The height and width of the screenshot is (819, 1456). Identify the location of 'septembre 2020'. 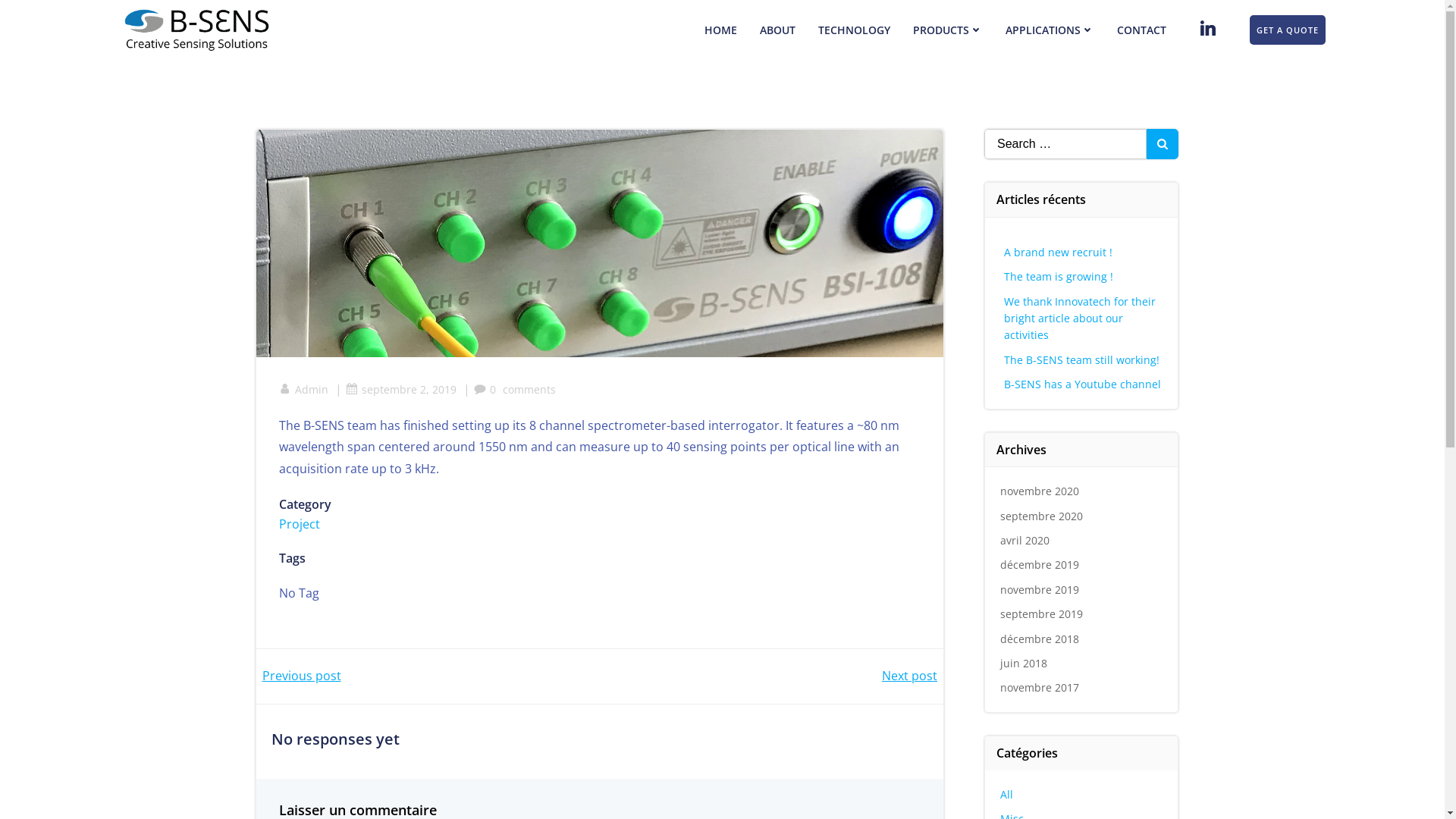
(1040, 515).